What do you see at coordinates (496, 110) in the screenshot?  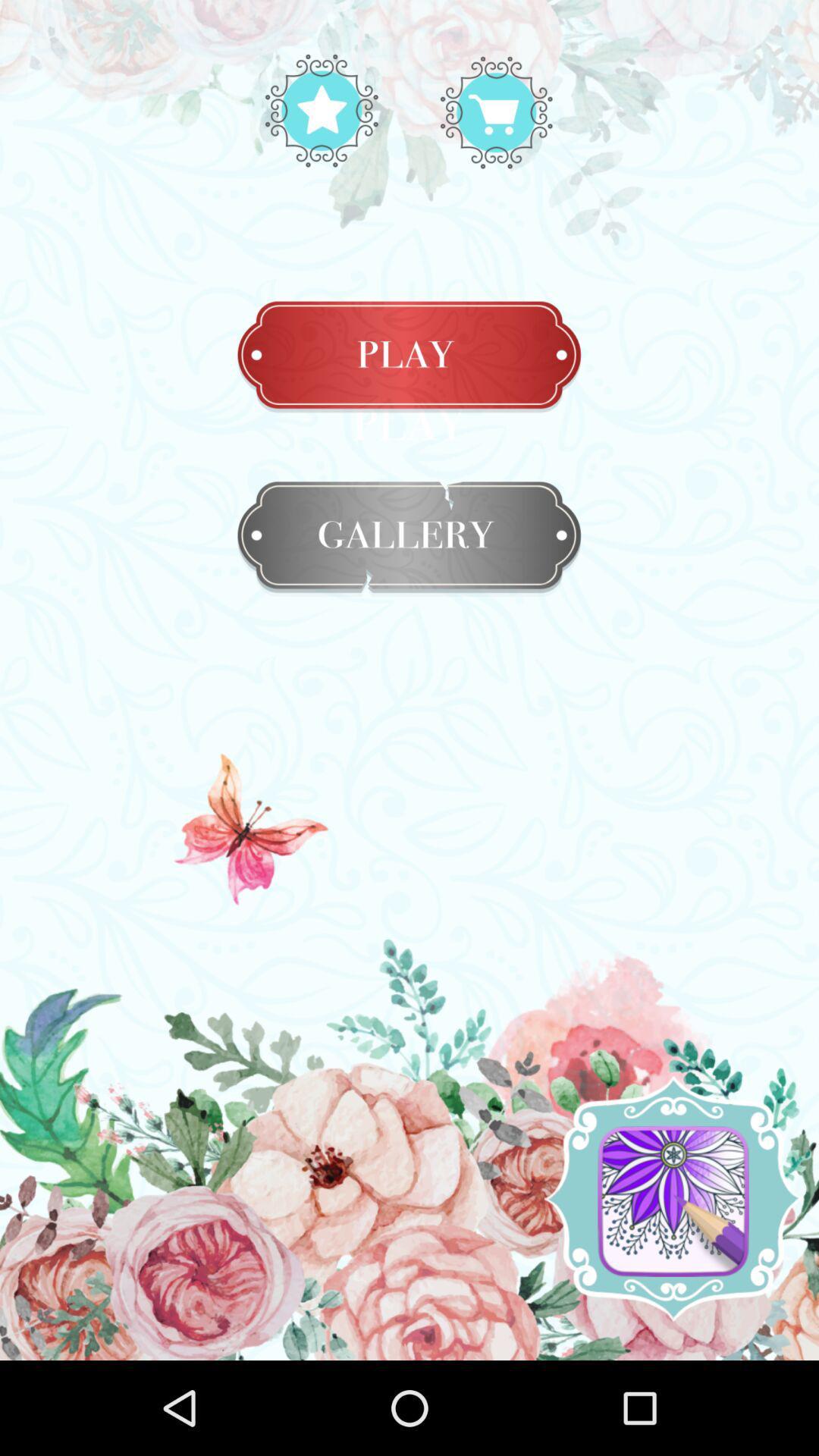 I see `the star icon` at bounding box center [496, 110].